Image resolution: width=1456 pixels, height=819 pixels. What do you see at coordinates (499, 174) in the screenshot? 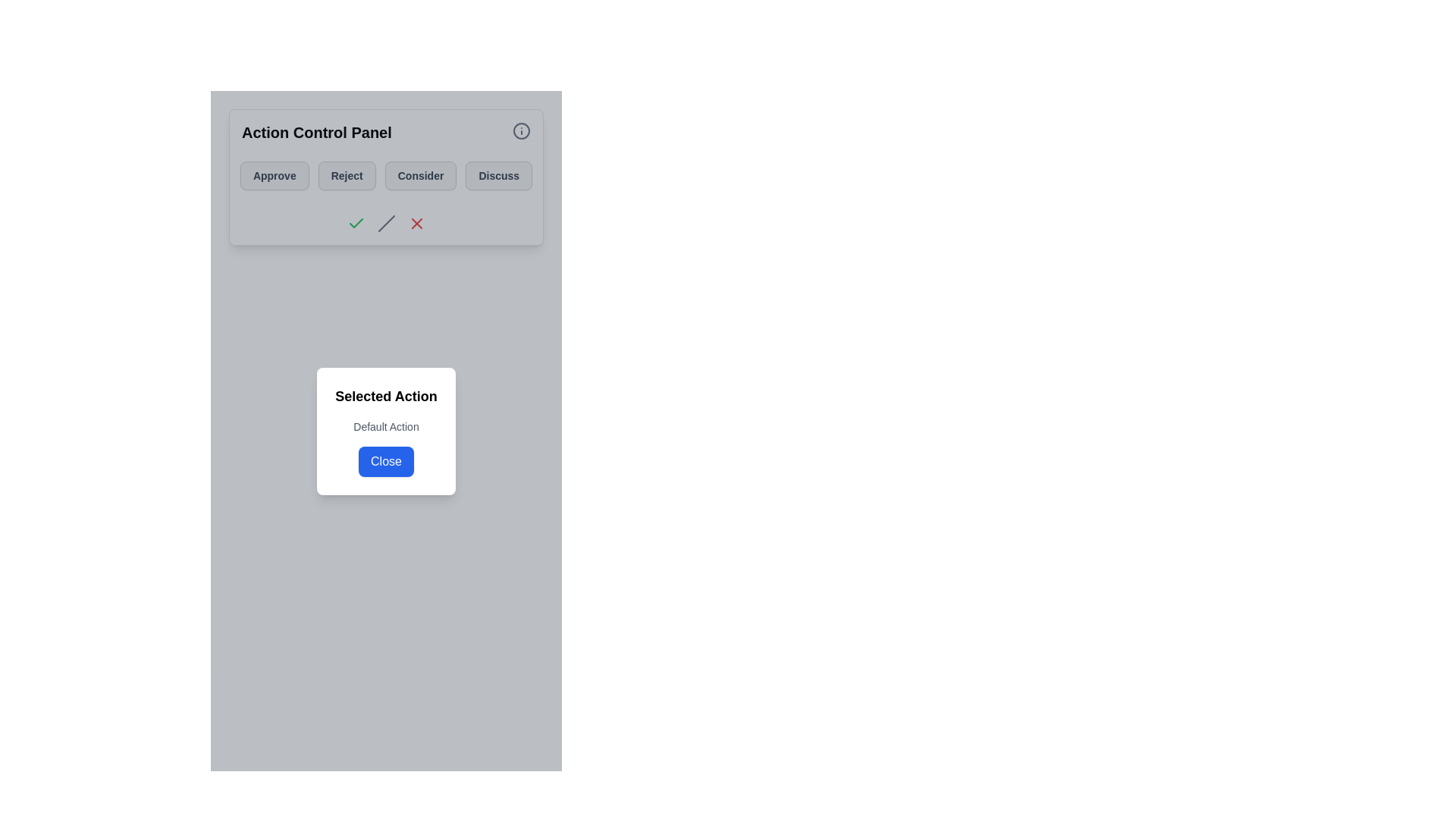
I see `the 'Discuss' button, which is the fourth button from the left in the Action Control Panel` at bounding box center [499, 174].